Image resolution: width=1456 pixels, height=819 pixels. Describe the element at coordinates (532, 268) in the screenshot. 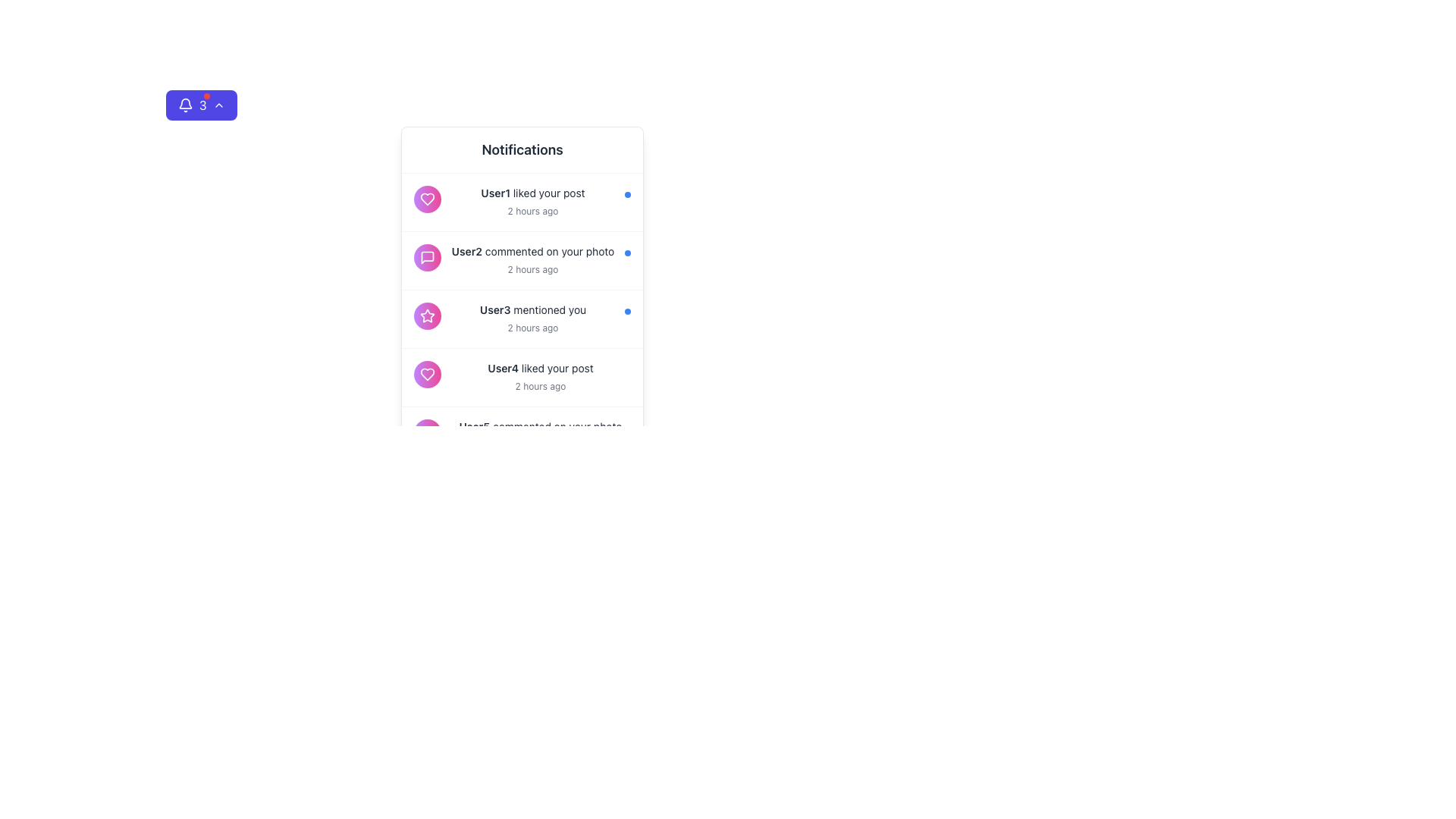

I see `timestamp displayed on the small text label that says '2 hours ago', located in the lower right corner of the notification entry` at that location.